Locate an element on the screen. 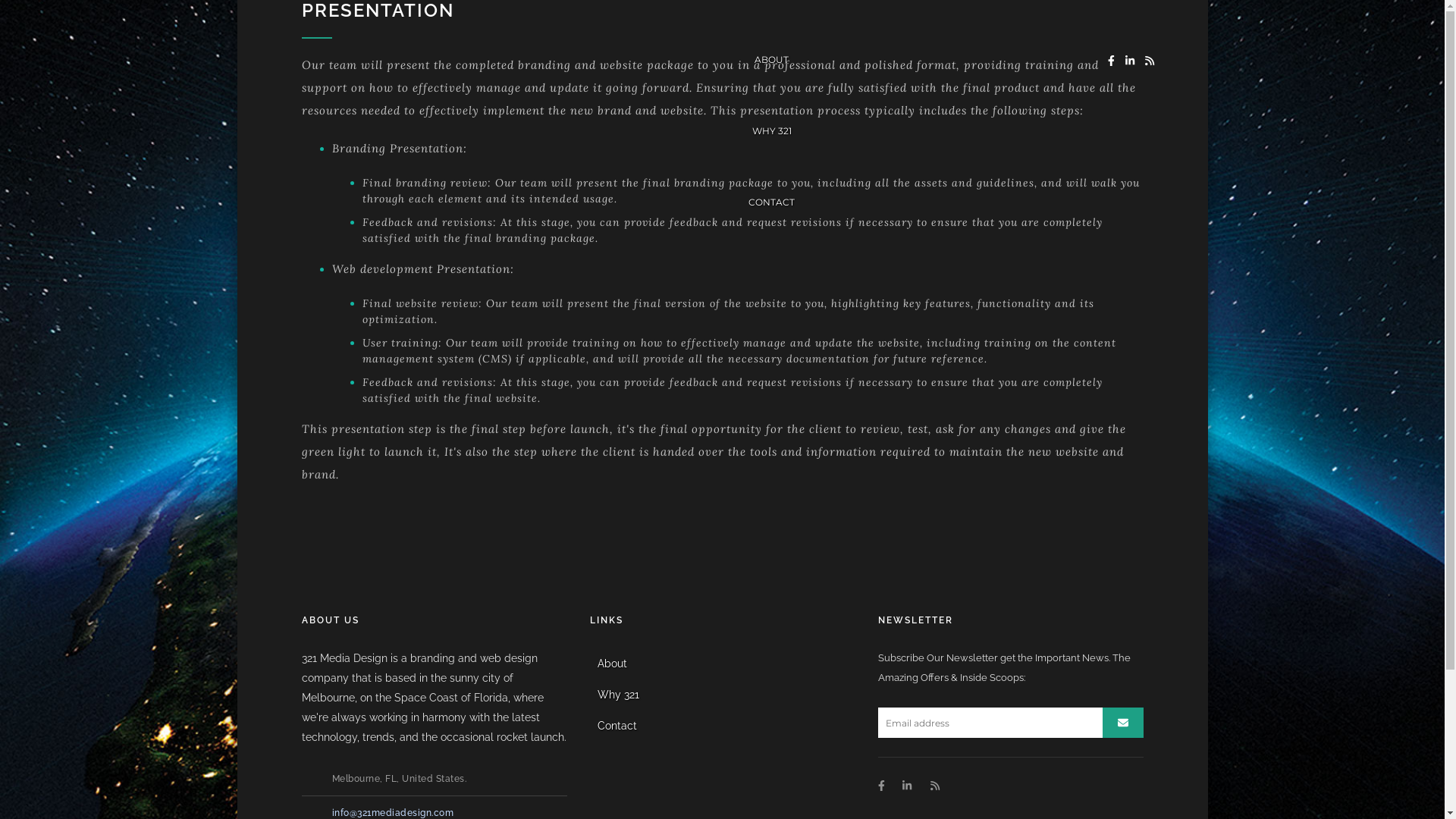  'Contact' is located at coordinates (588, 725).